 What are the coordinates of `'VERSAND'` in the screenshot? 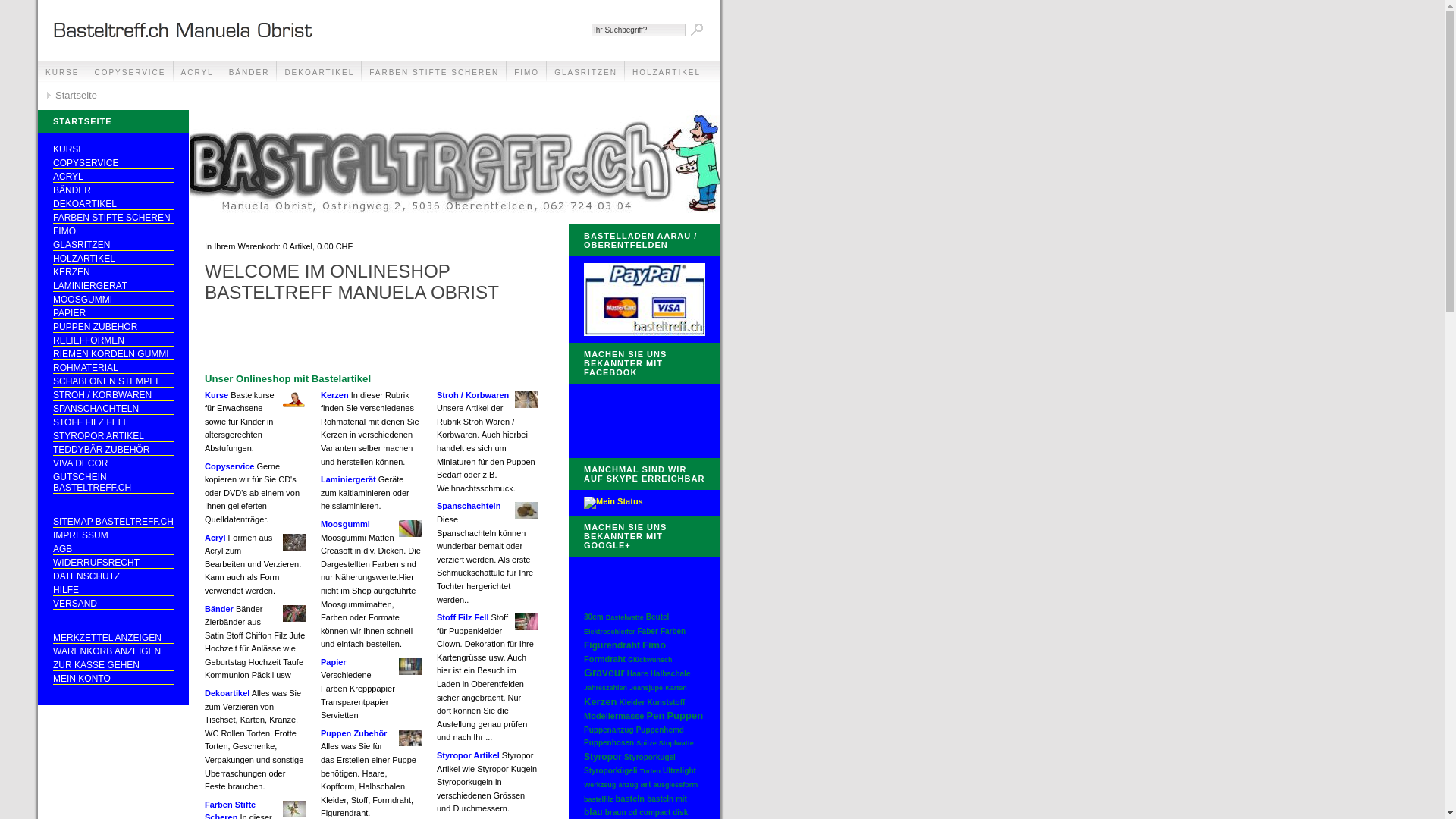 It's located at (53, 603).